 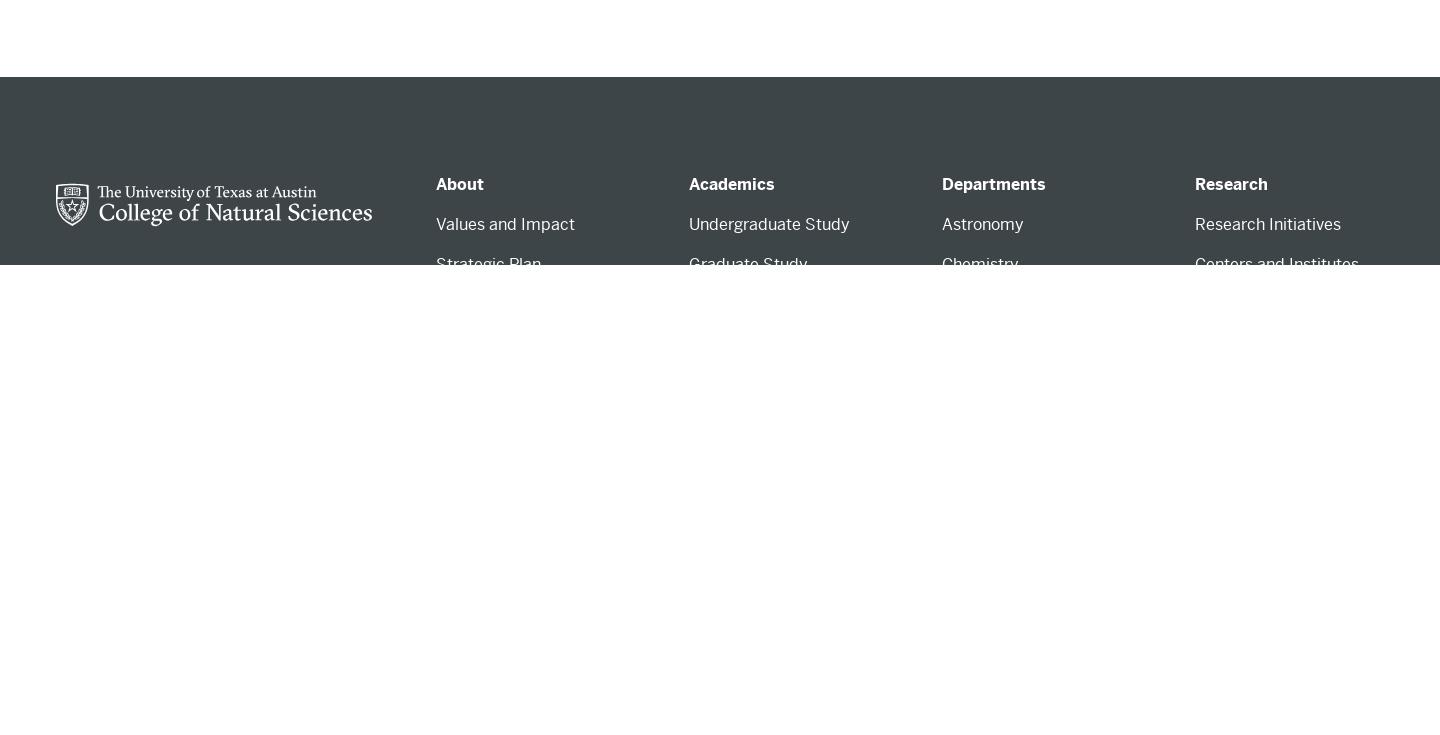 I want to click on 'Get Help', so click(x=88, y=530).